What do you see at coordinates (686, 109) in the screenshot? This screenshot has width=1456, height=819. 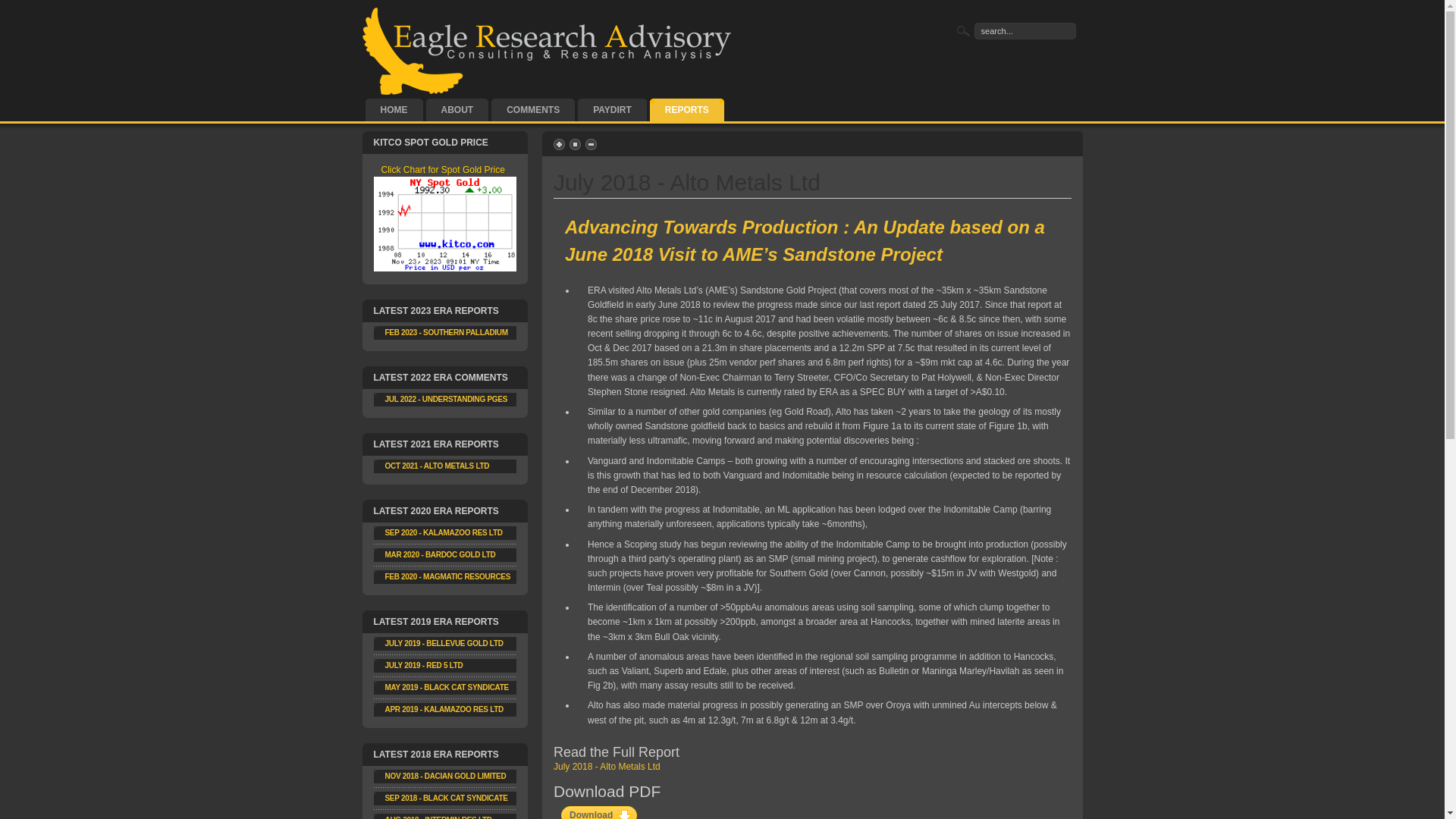 I see `'REPORTS'` at bounding box center [686, 109].